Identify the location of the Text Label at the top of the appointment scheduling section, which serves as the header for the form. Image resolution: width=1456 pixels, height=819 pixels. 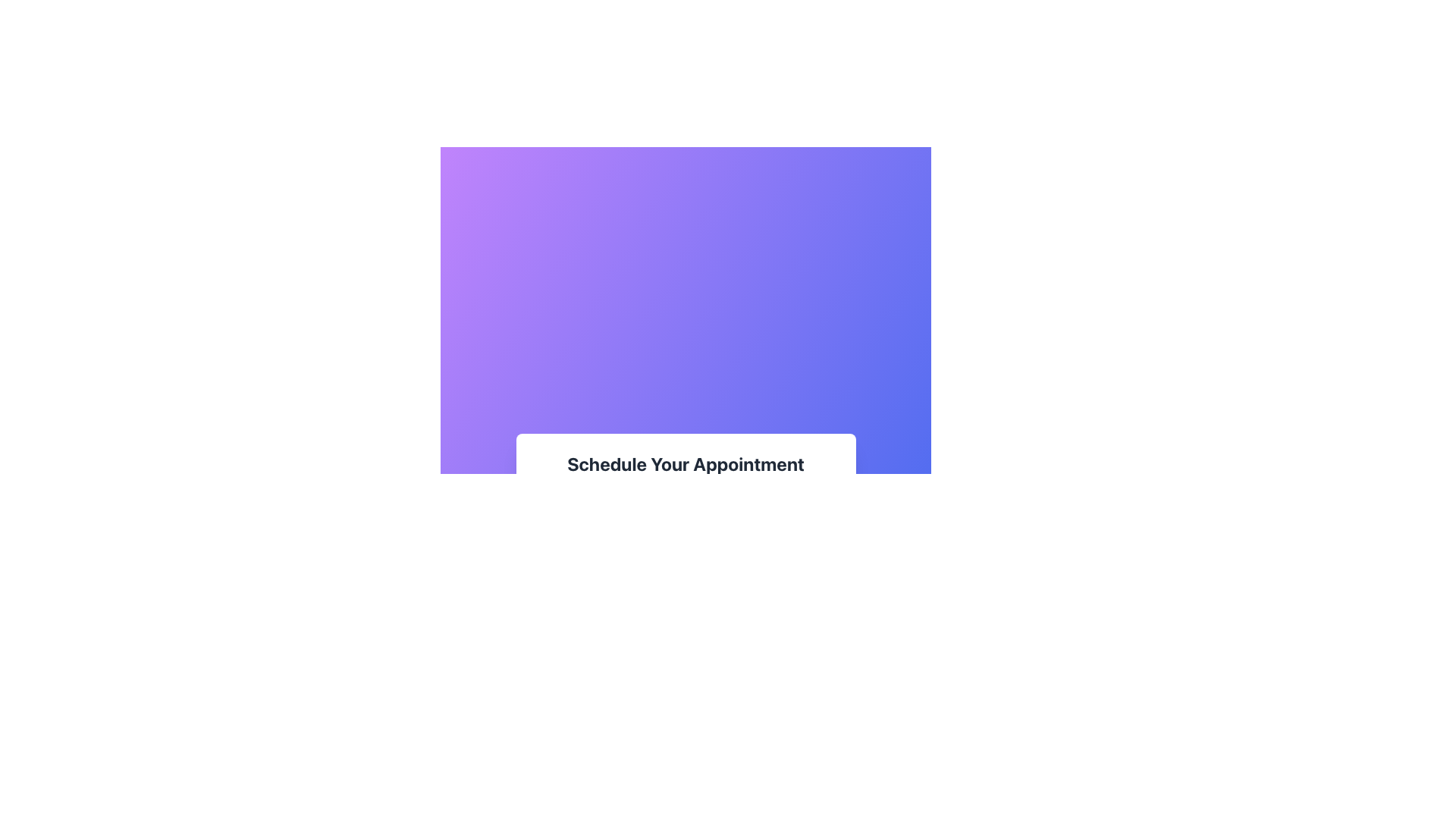
(685, 463).